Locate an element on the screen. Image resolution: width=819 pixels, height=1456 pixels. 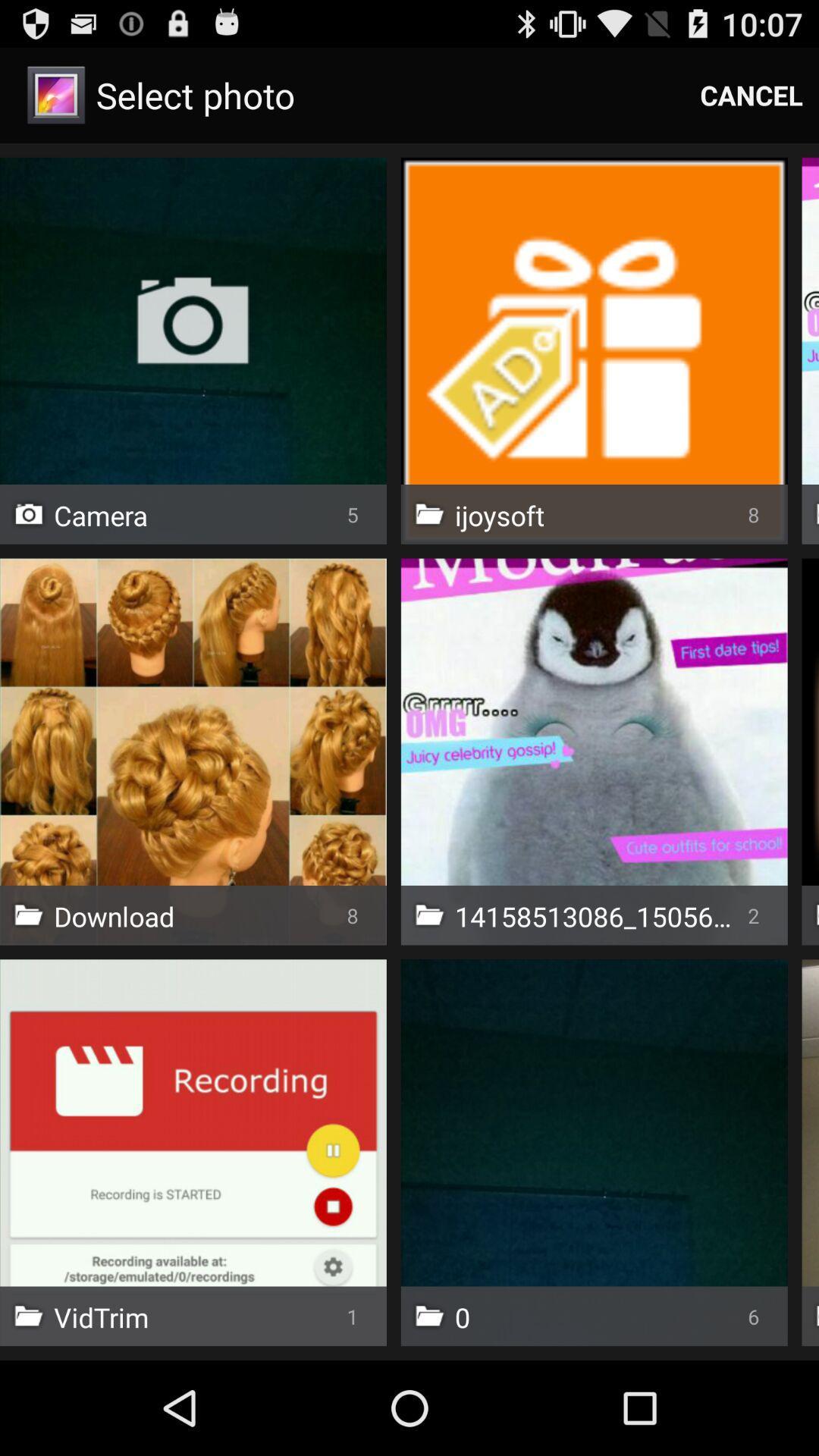
the icon to the right of the select photo icon is located at coordinates (752, 94).